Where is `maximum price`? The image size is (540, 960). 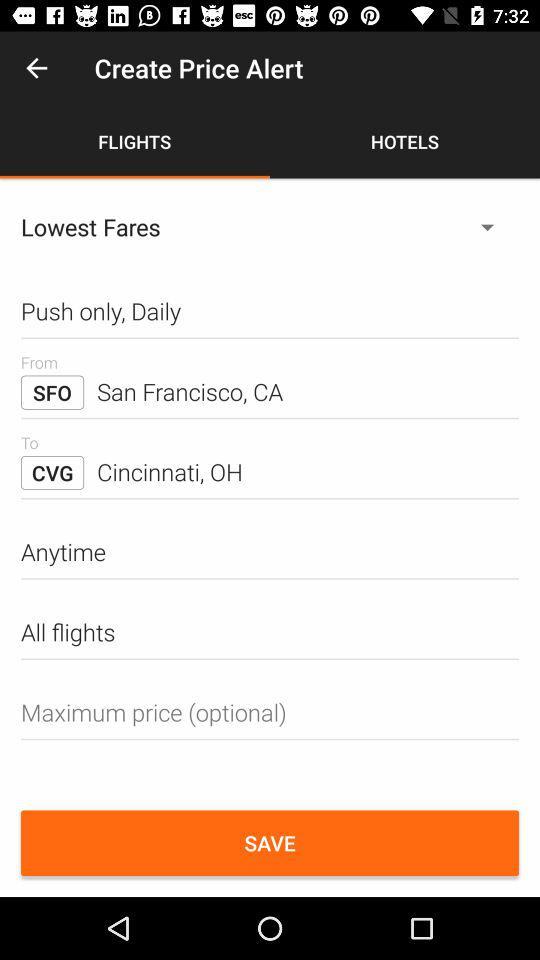
maximum price is located at coordinates (270, 712).